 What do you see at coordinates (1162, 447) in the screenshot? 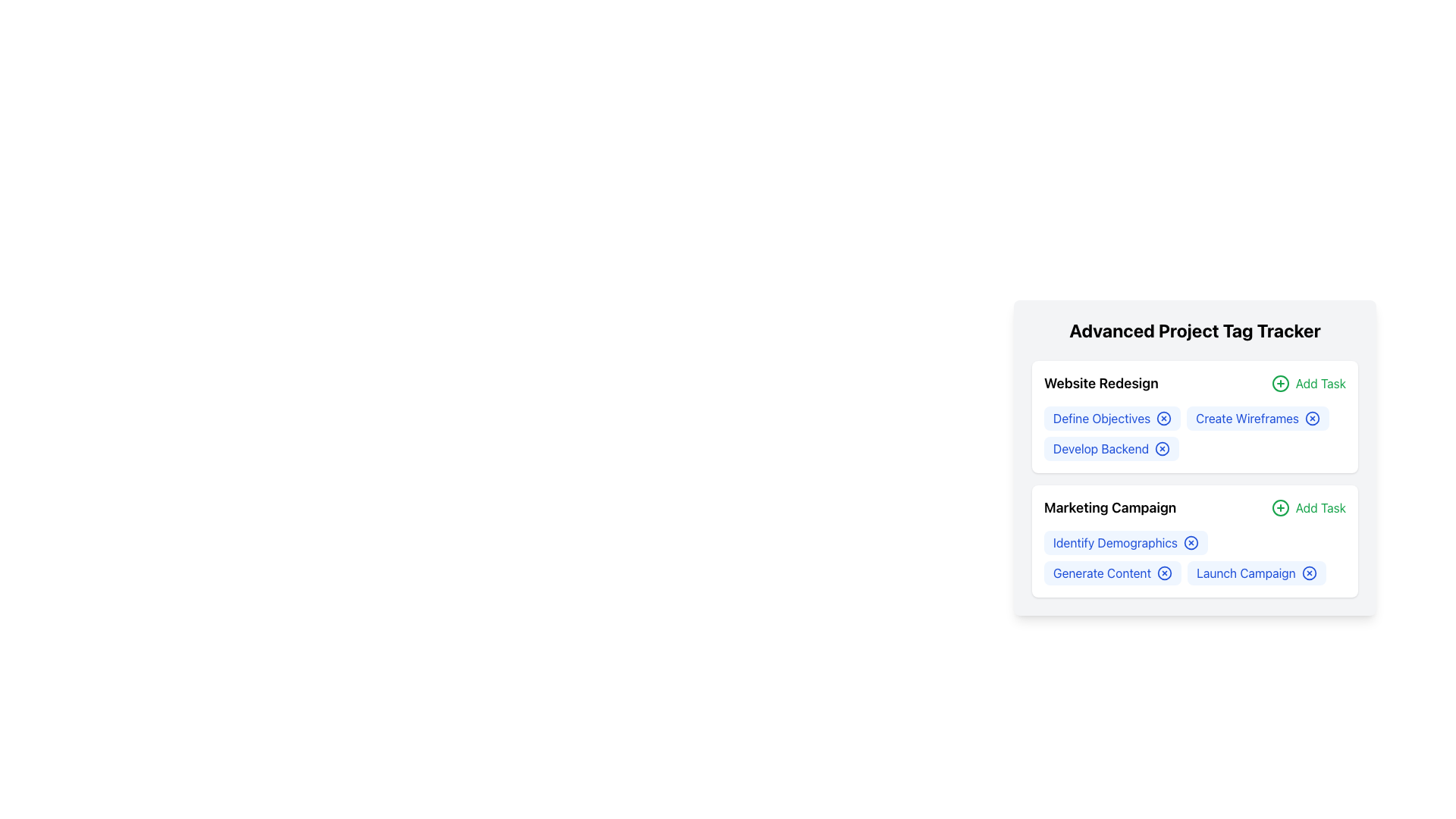
I see `the third close icon button associated with the 'Develop Backend' task` at bounding box center [1162, 447].